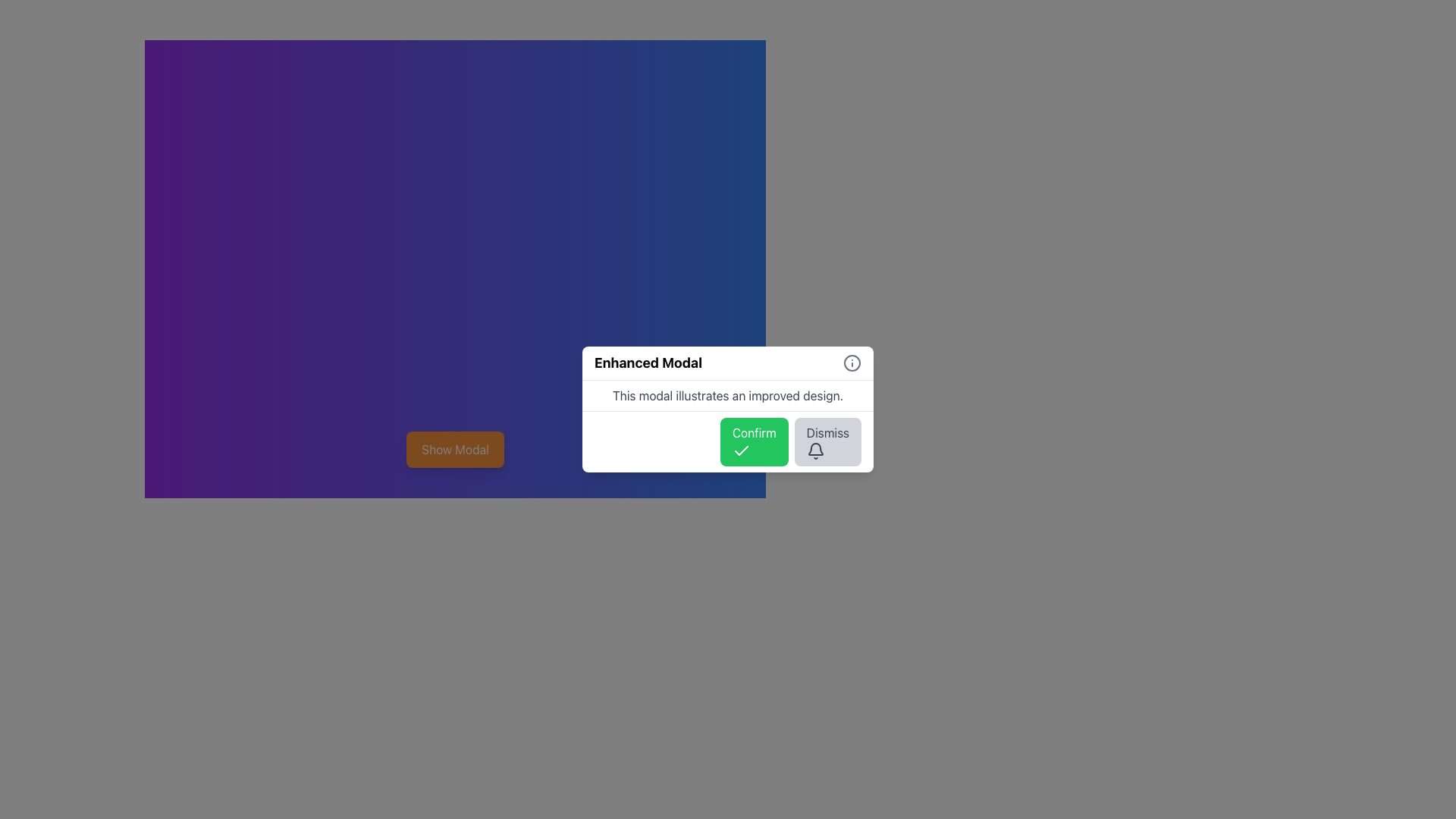 This screenshot has width=1456, height=819. I want to click on the visual representation of the checkmark-shaped SVG icon located within the 'Confirm' button in the modal dialog, to the left of the button's text, so click(741, 450).